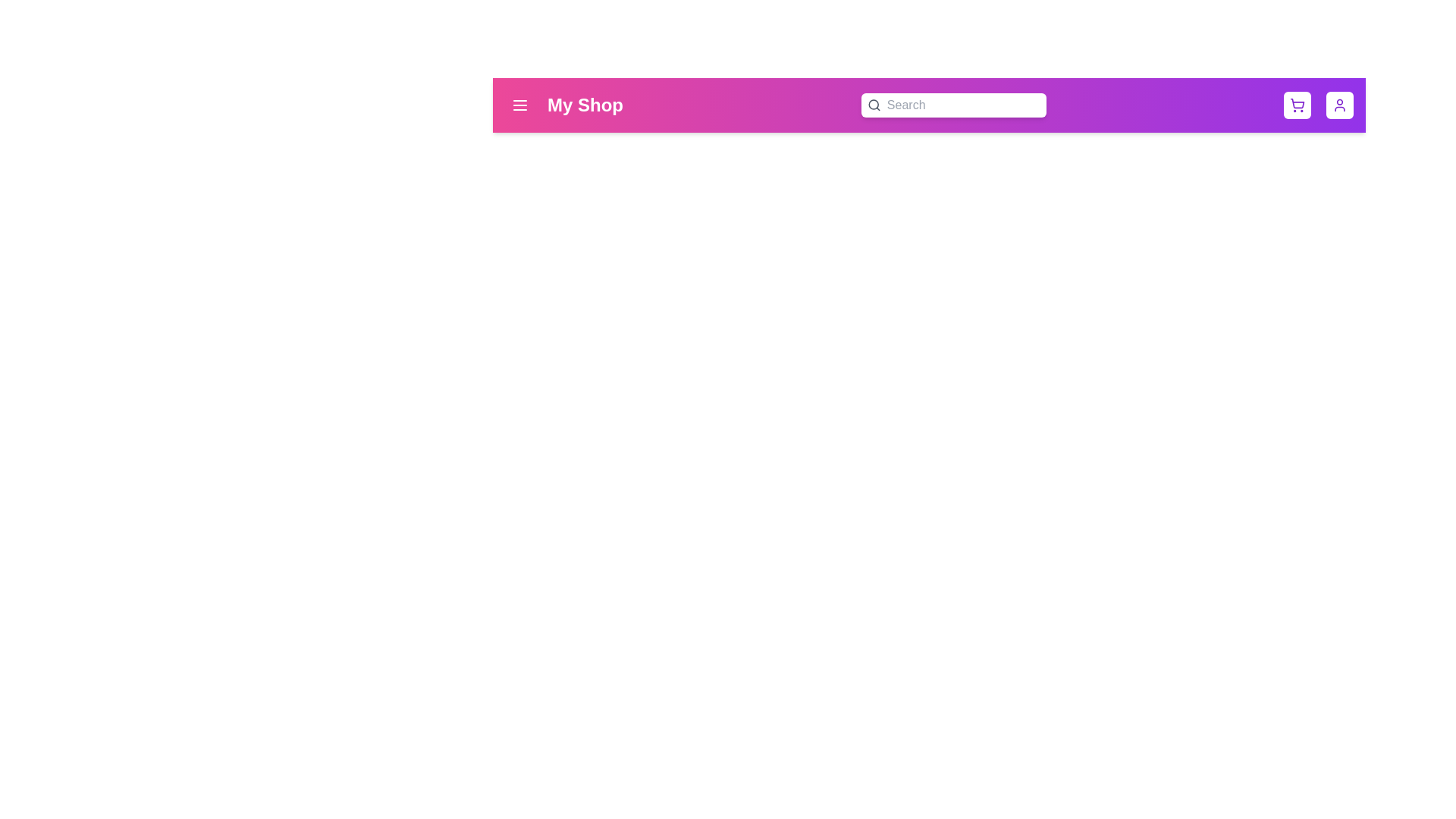 The height and width of the screenshot is (819, 1456). What do you see at coordinates (1339, 104) in the screenshot?
I see `the user profile button to open profile options` at bounding box center [1339, 104].